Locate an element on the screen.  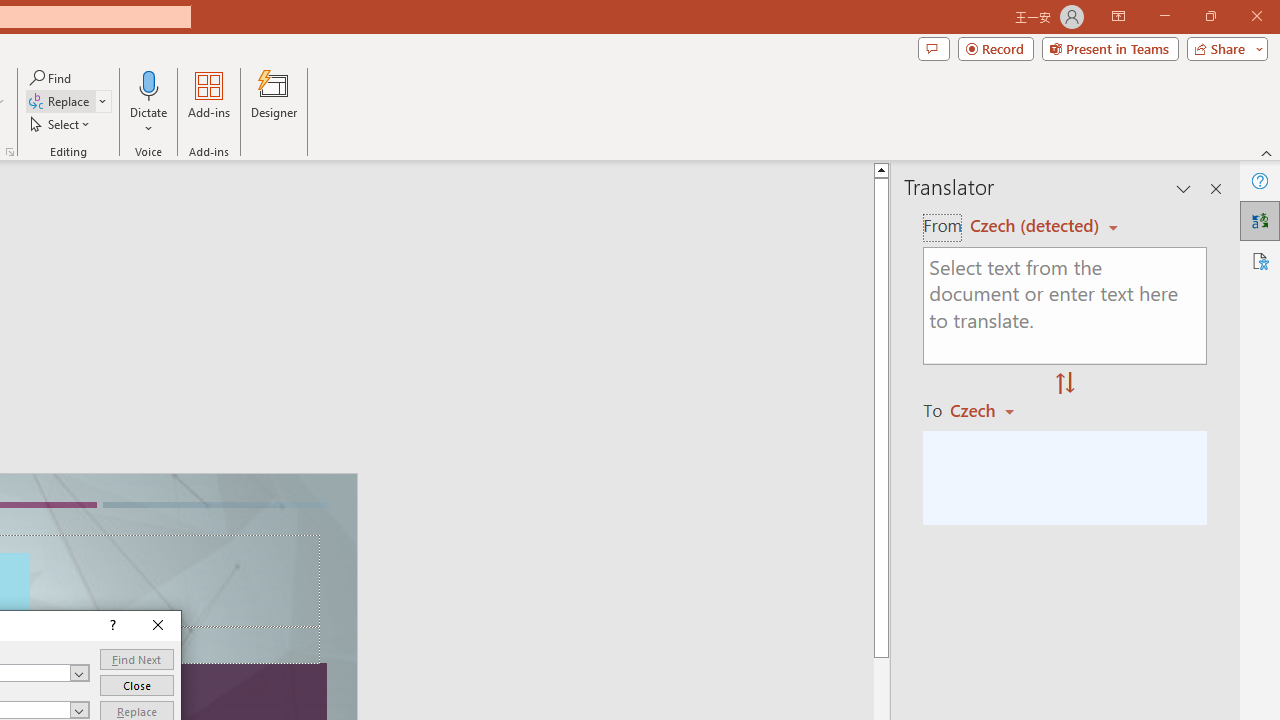
'Swap "from" and "to" languages.' is located at coordinates (1064, 384).